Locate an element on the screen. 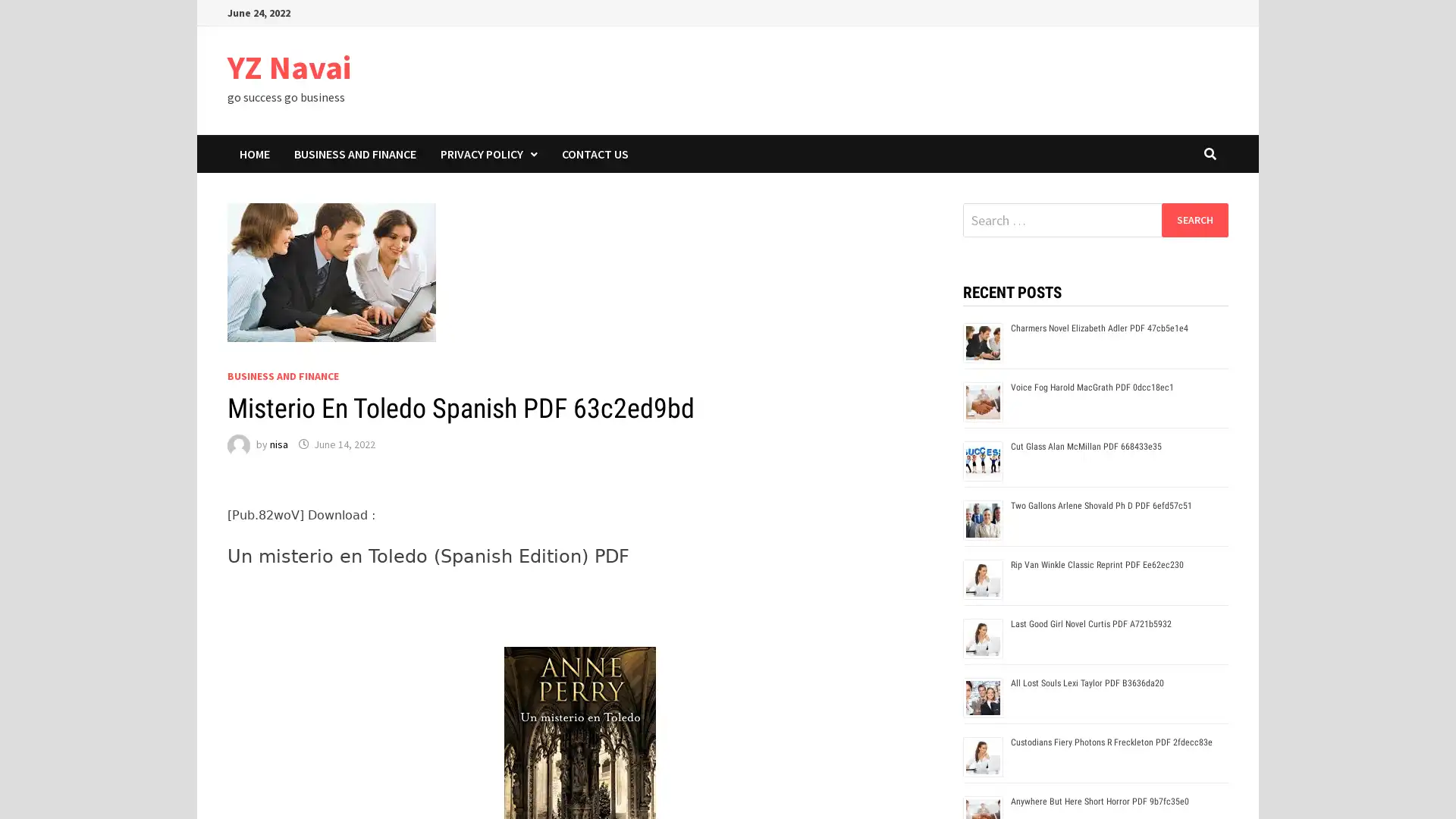 The height and width of the screenshot is (819, 1456). Search is located at coordinates (1194, 219).